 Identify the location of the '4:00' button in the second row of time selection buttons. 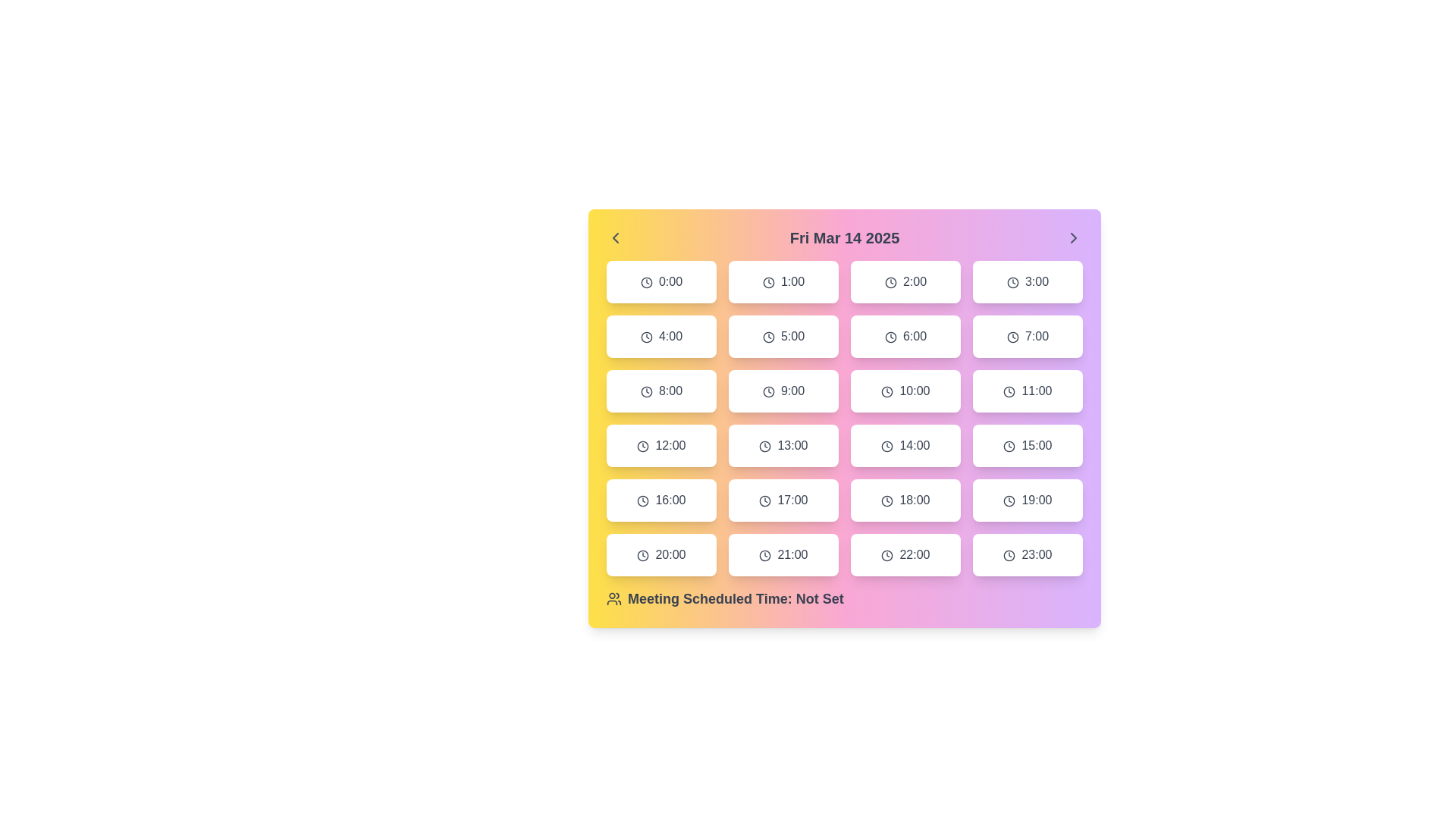
(661, 335).